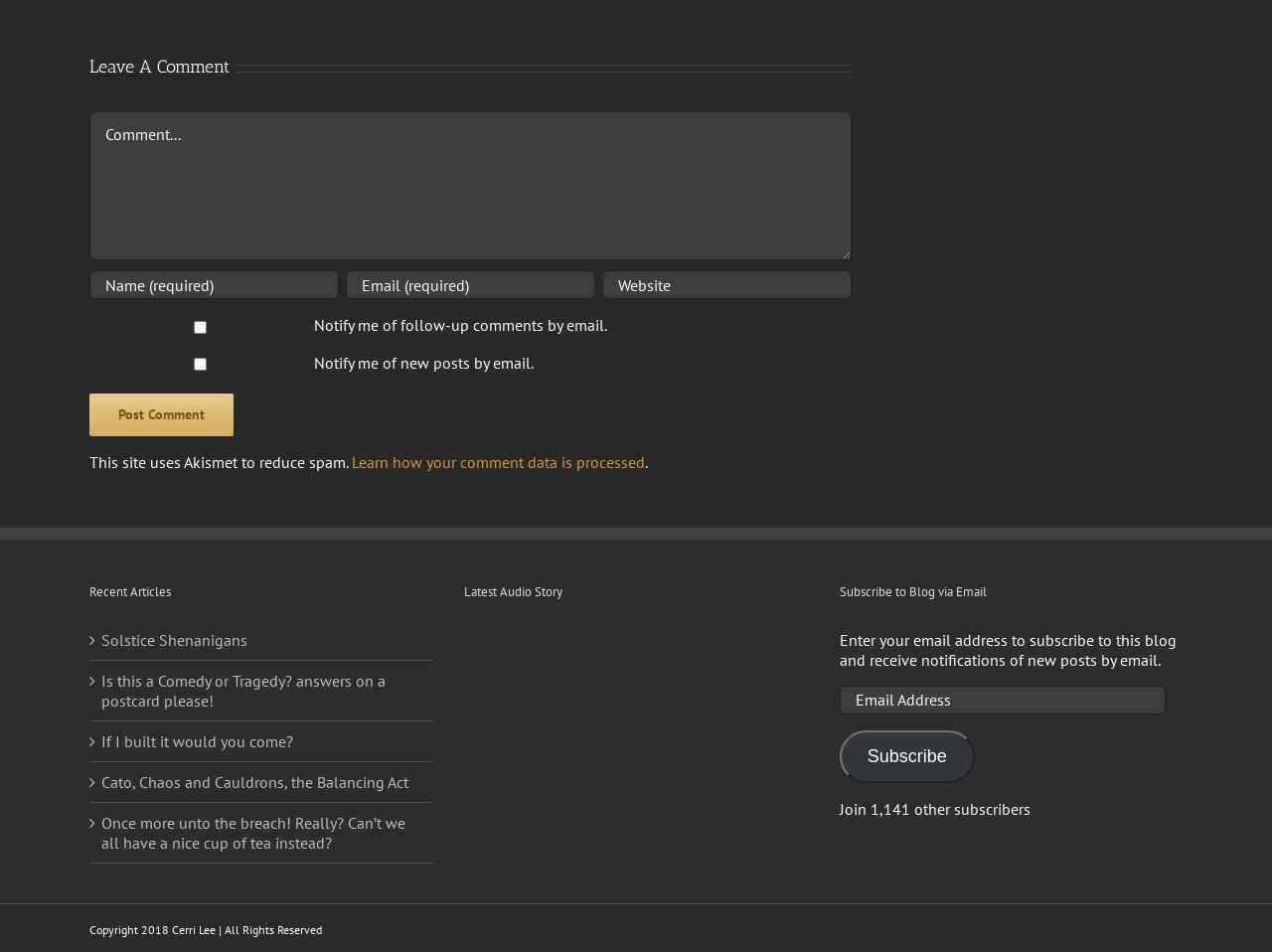  Describe the element at coordinates (197, 740) in the screenshot. I see `'If I built it would you come?'` at that location.